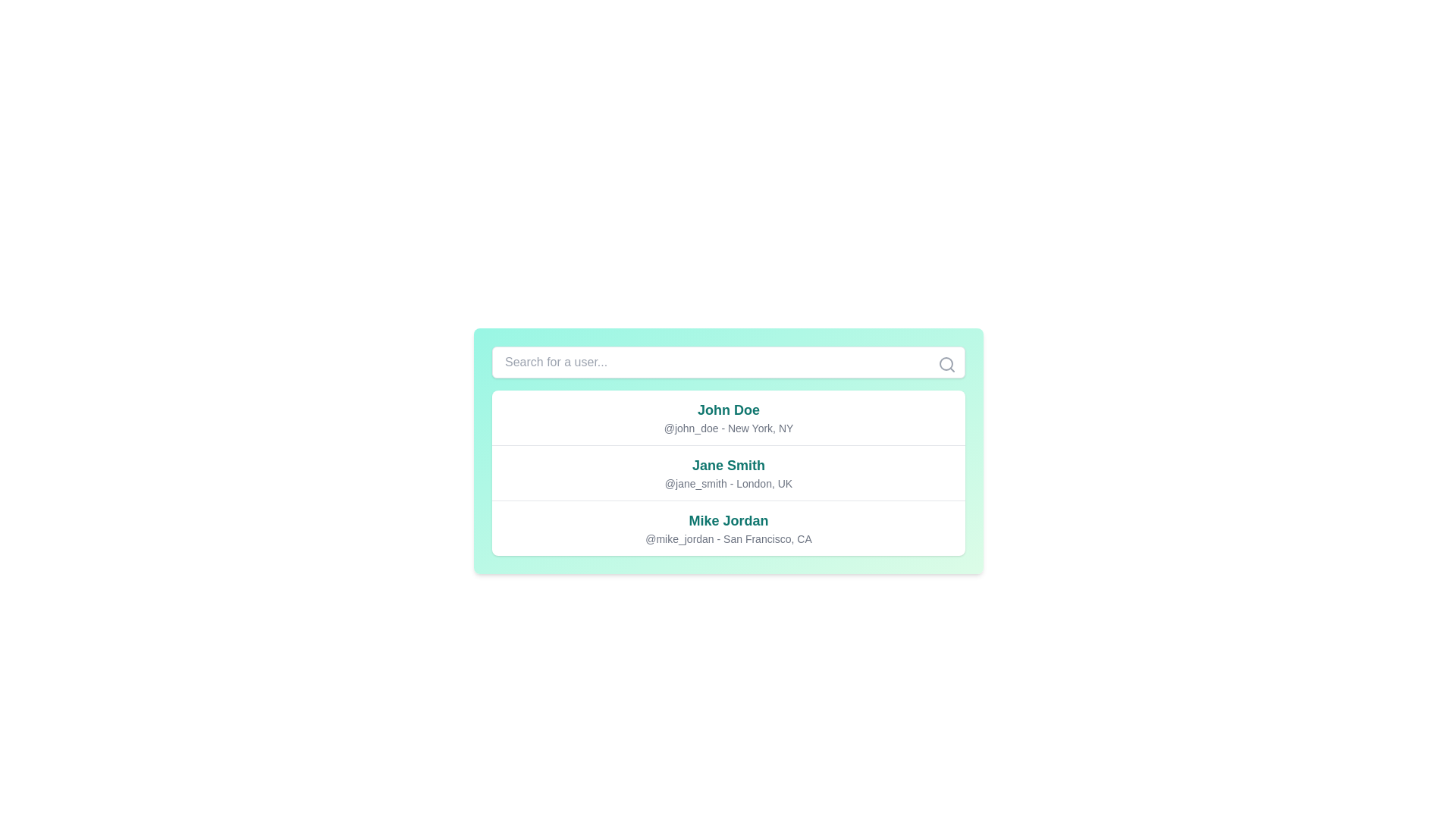  Describe the element at coordinates (728, 428) in the screenshot. I see `the text label displaying the username and location, which is positioned under the bold name 'John Doe' within a profile card` at that location.